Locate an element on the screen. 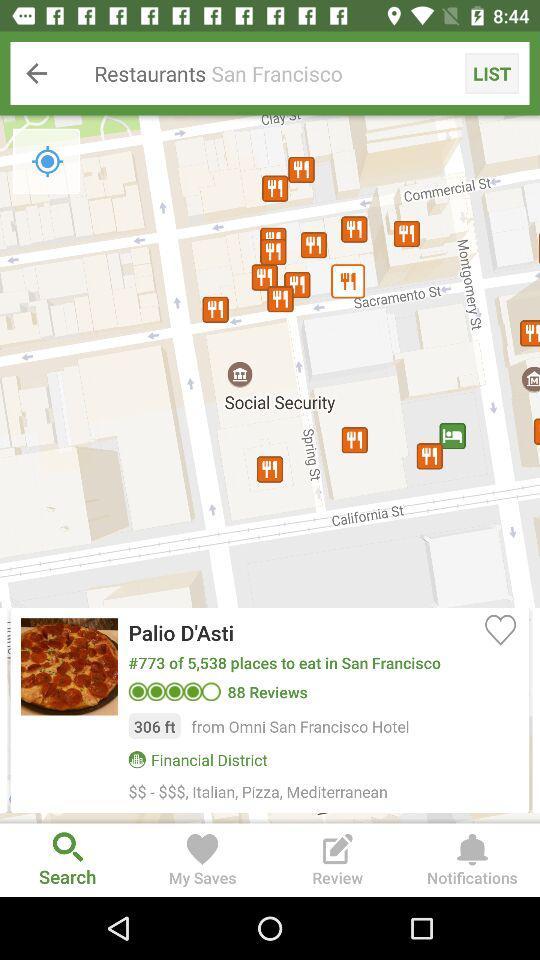  the location_crosshair icon is located at coordinates (47, 160).